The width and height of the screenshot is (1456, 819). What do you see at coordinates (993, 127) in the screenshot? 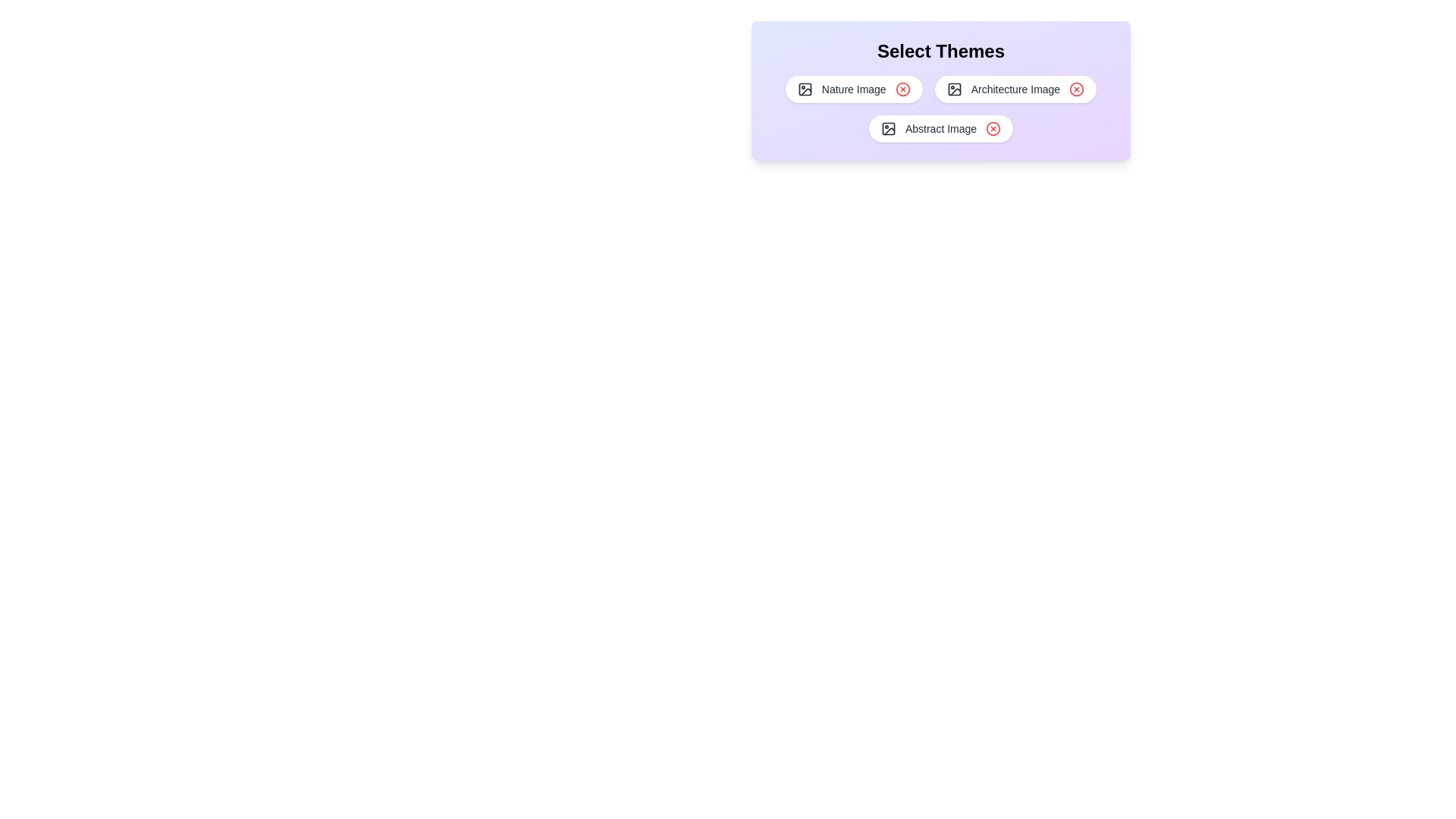
I see `the chip labeled Abstract Image by clicking its close button` at bounding box center [993, 127].